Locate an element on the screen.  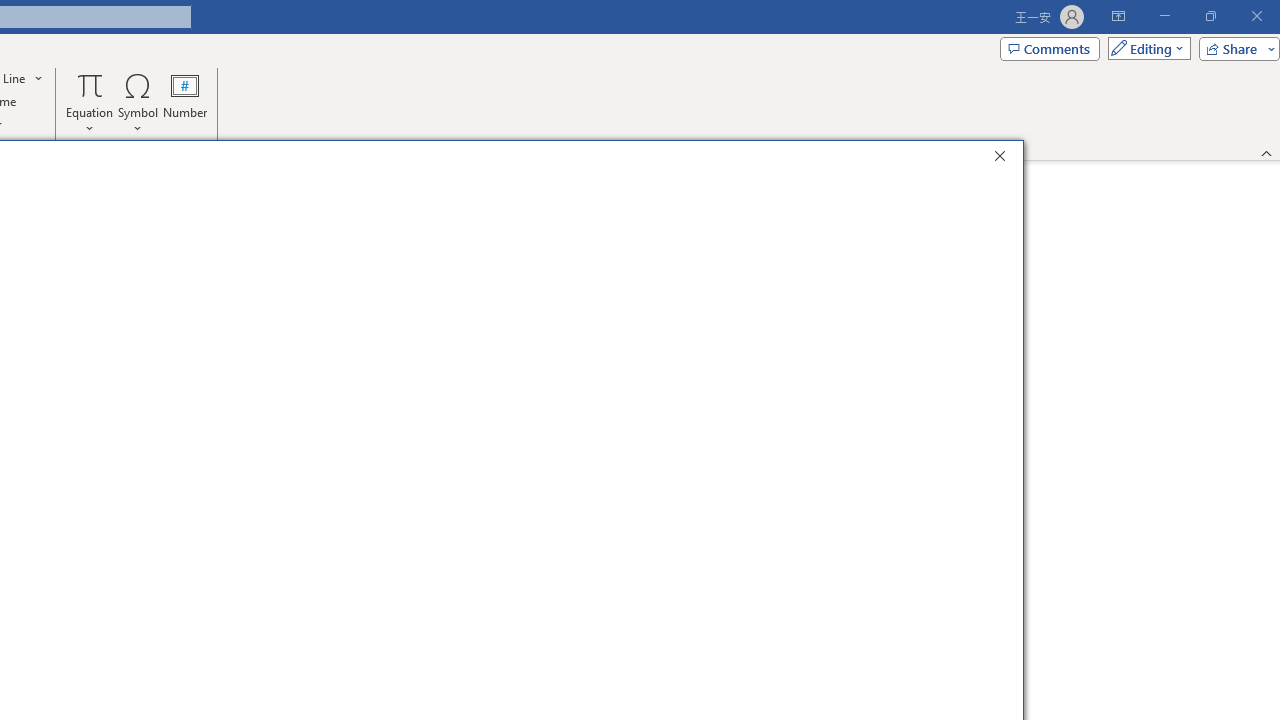
'Number...' is located at coordinates (185, 103).